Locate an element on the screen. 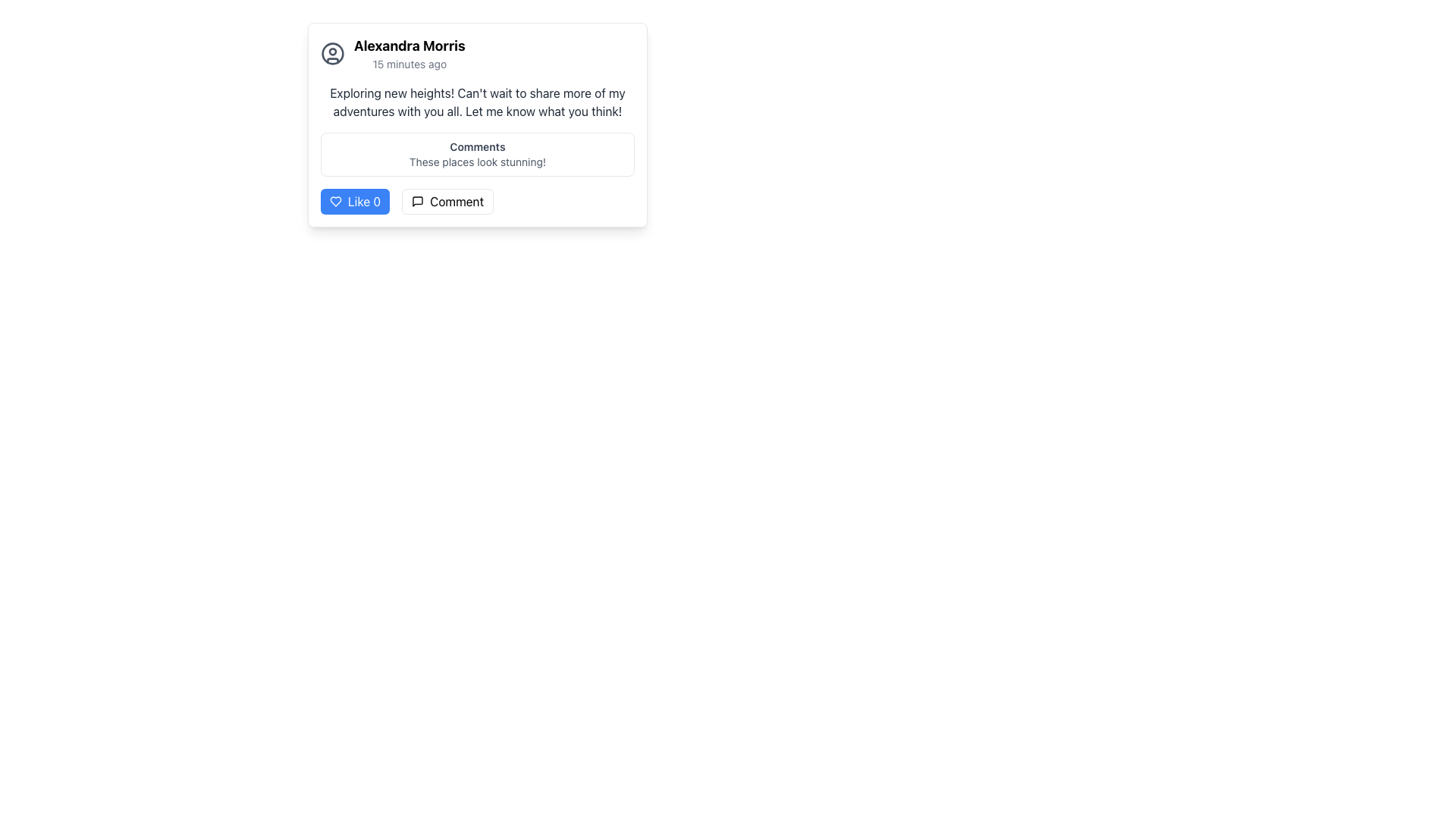 The width and height of the screenshot is (1456, 819). the 'Like 0' button, which is a rectangular button with a blue background and a white heart icon, to like or unlike is located at coordinates (354, 201).